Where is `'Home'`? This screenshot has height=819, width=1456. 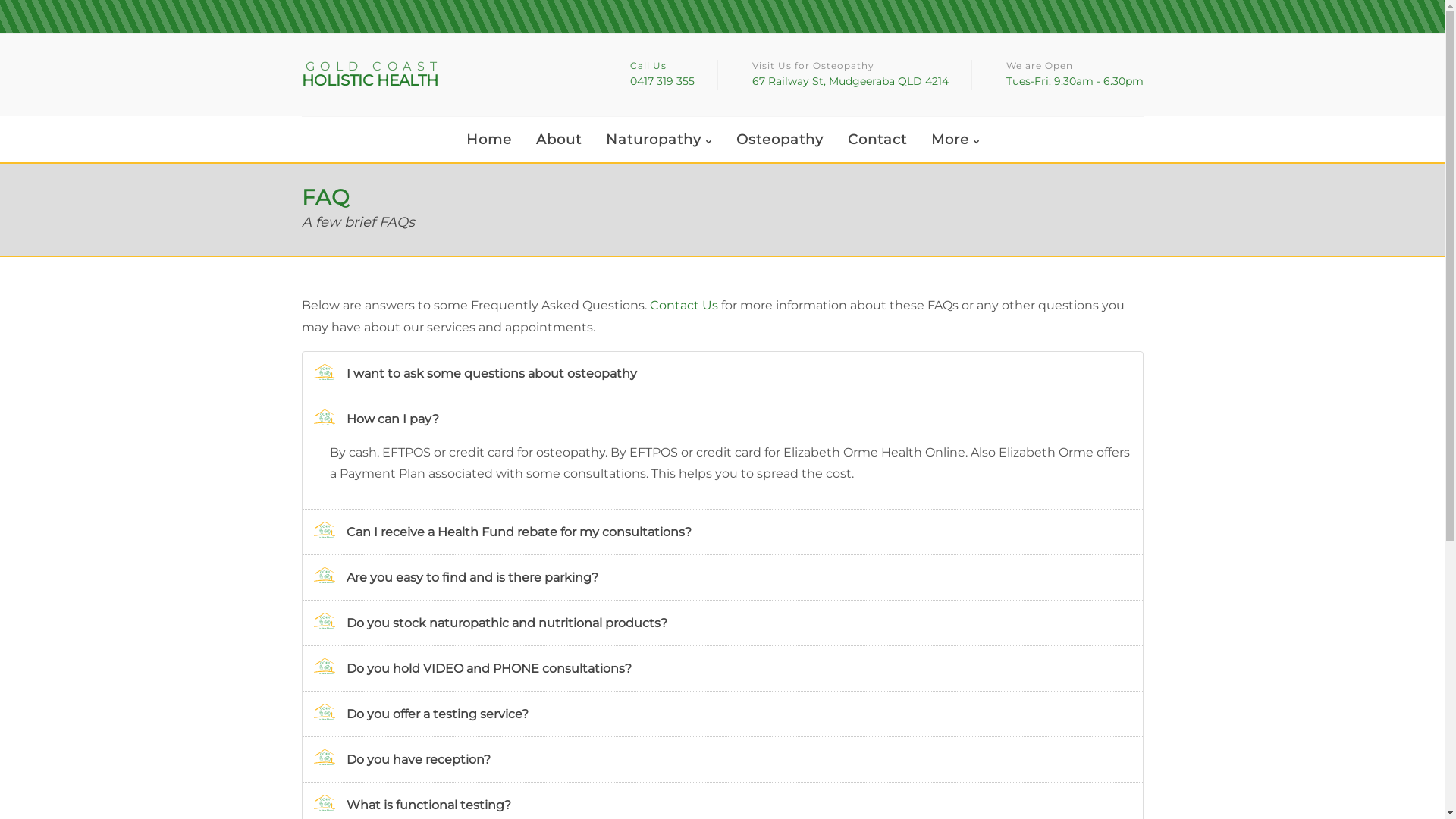
'Home' is located at coordinates (488, 140).